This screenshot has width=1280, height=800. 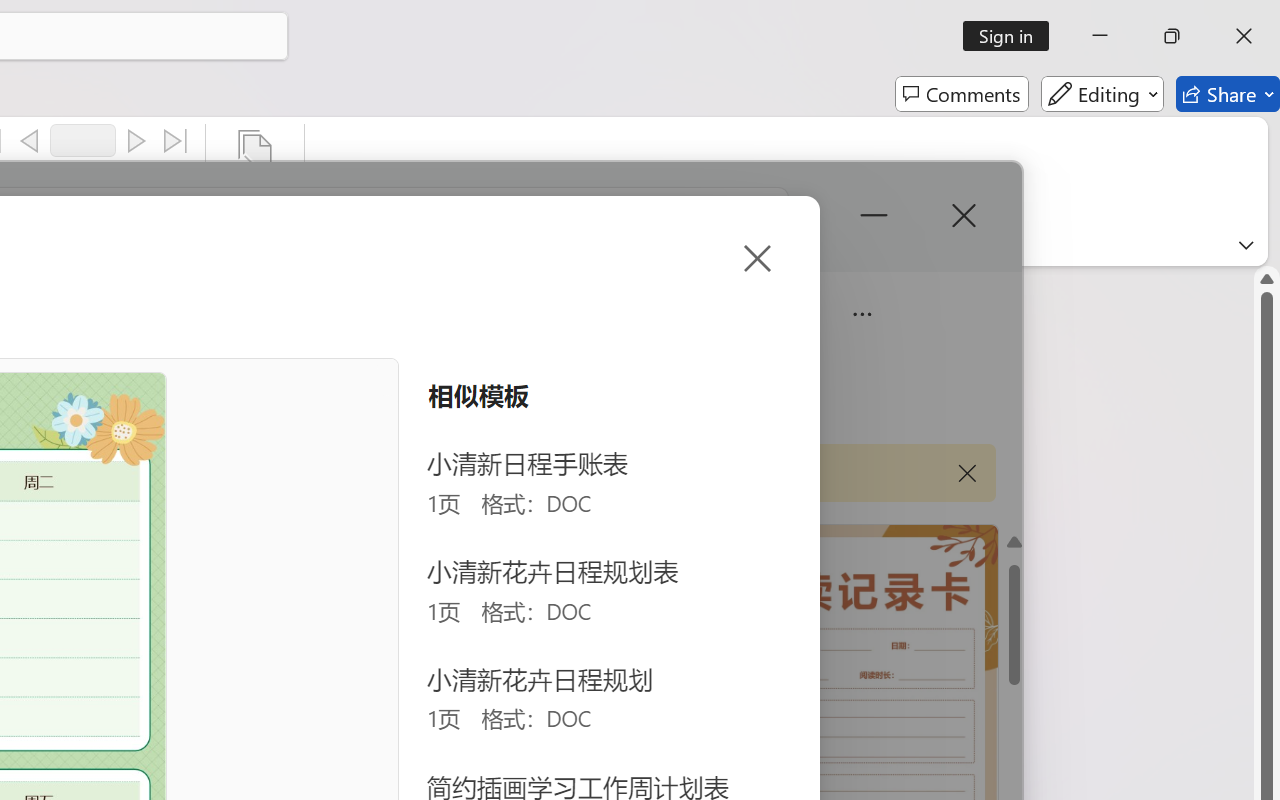 I want to click on 'Previous', so click(x=29, y=141).